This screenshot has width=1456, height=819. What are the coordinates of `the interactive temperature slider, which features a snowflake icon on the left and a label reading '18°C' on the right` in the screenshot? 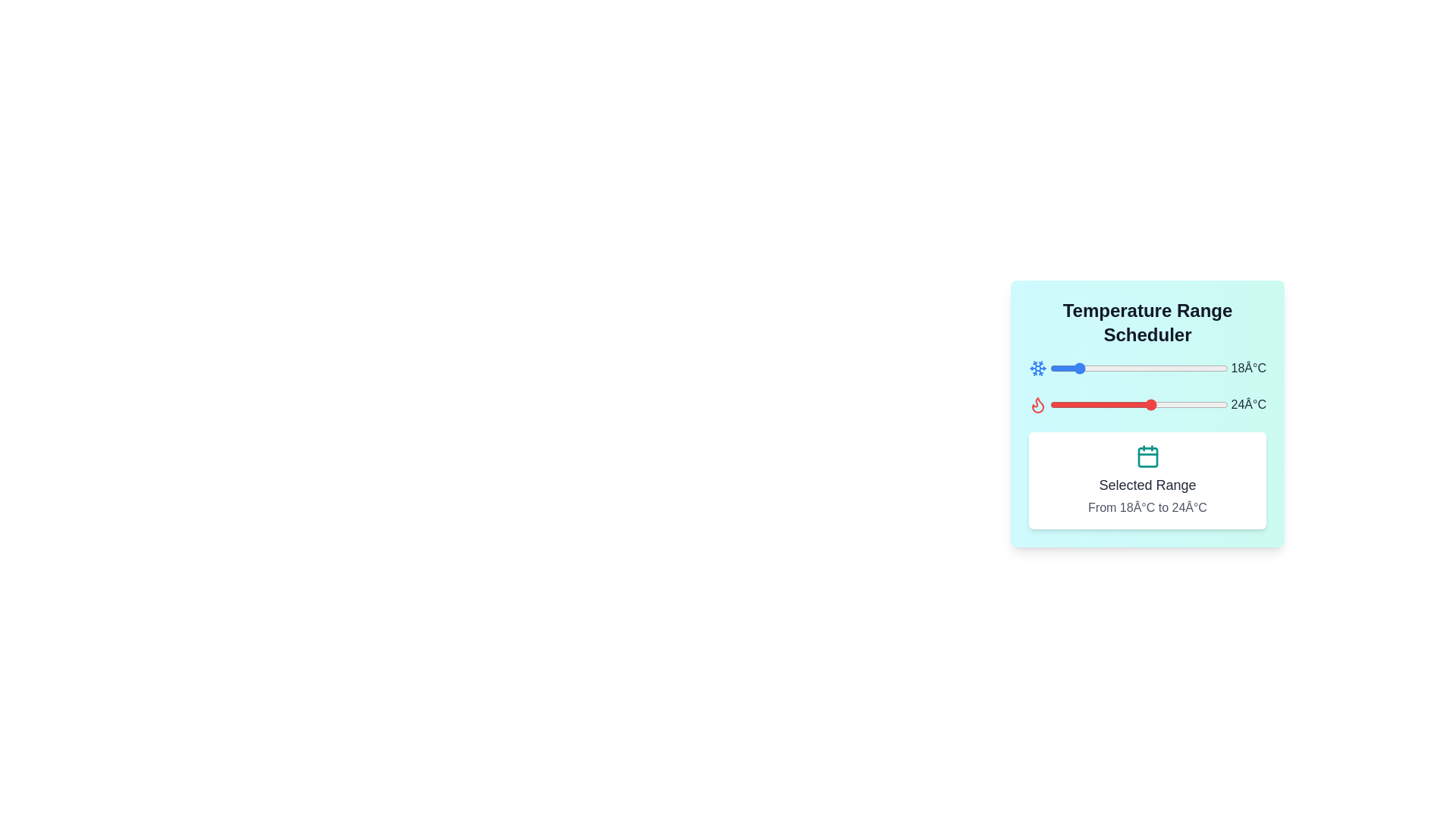 It's located at (1147, 369).